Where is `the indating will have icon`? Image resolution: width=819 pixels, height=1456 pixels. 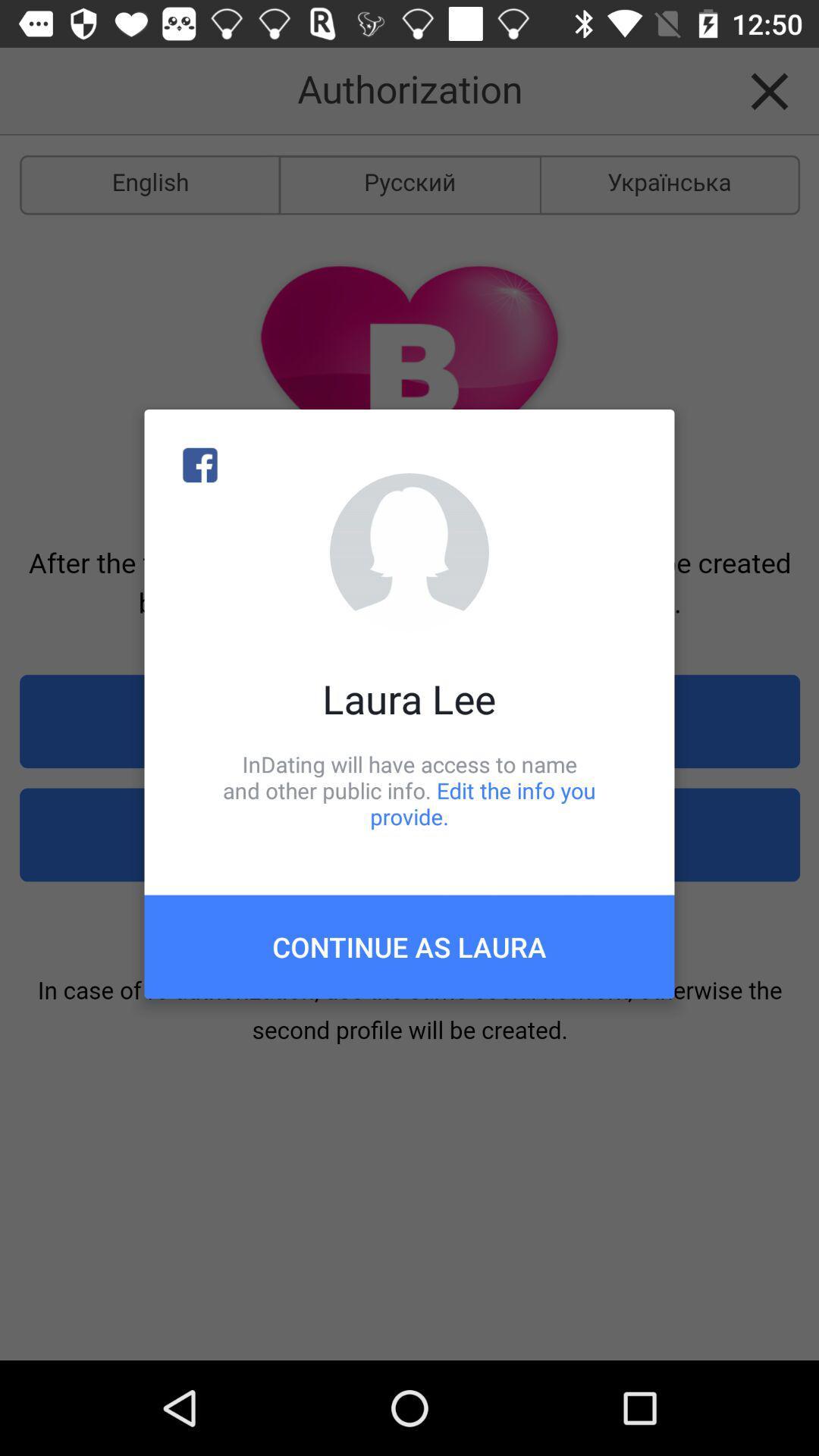 the indating will have icon is located at coordinates (409, 789).